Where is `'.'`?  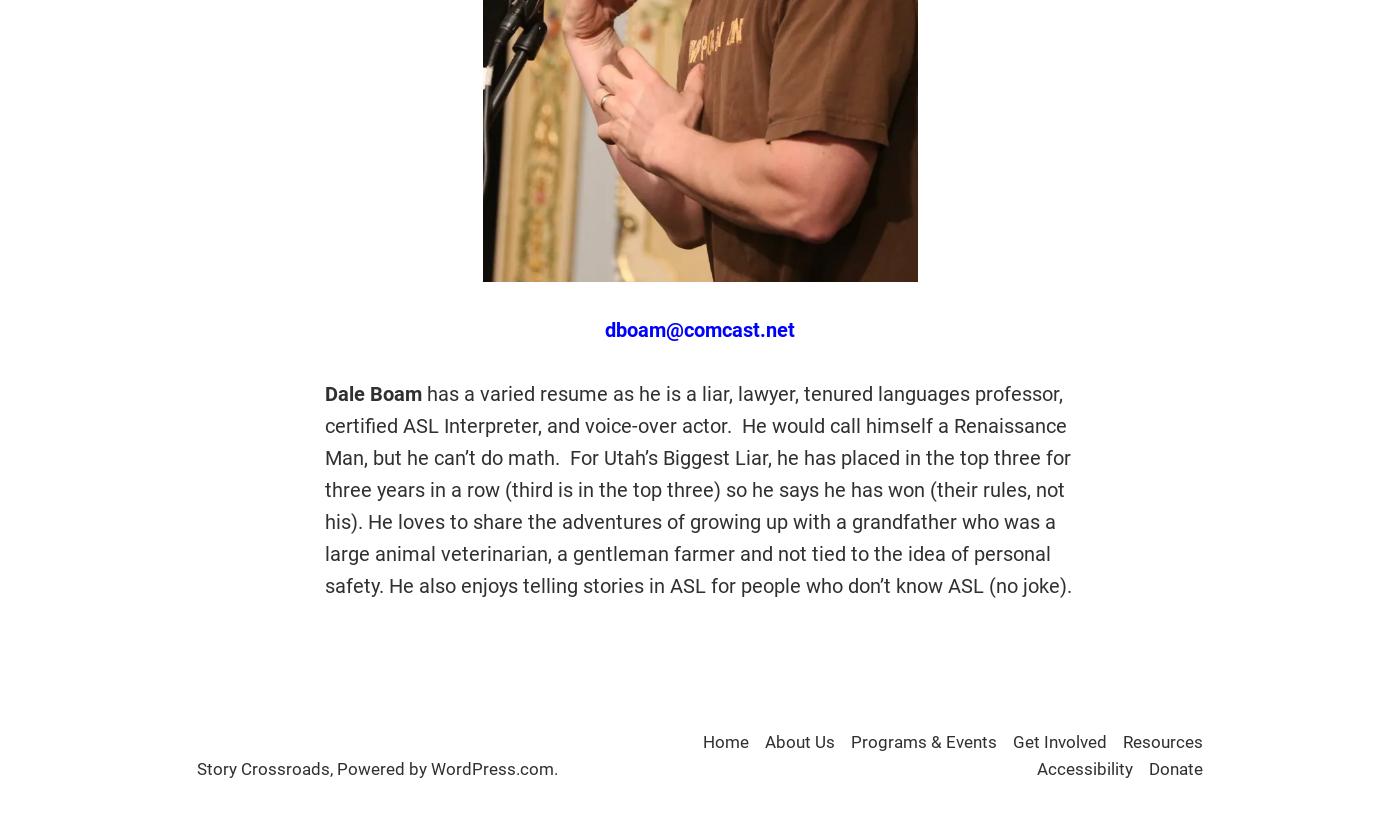 '.' is located at coordinates (553, 768).